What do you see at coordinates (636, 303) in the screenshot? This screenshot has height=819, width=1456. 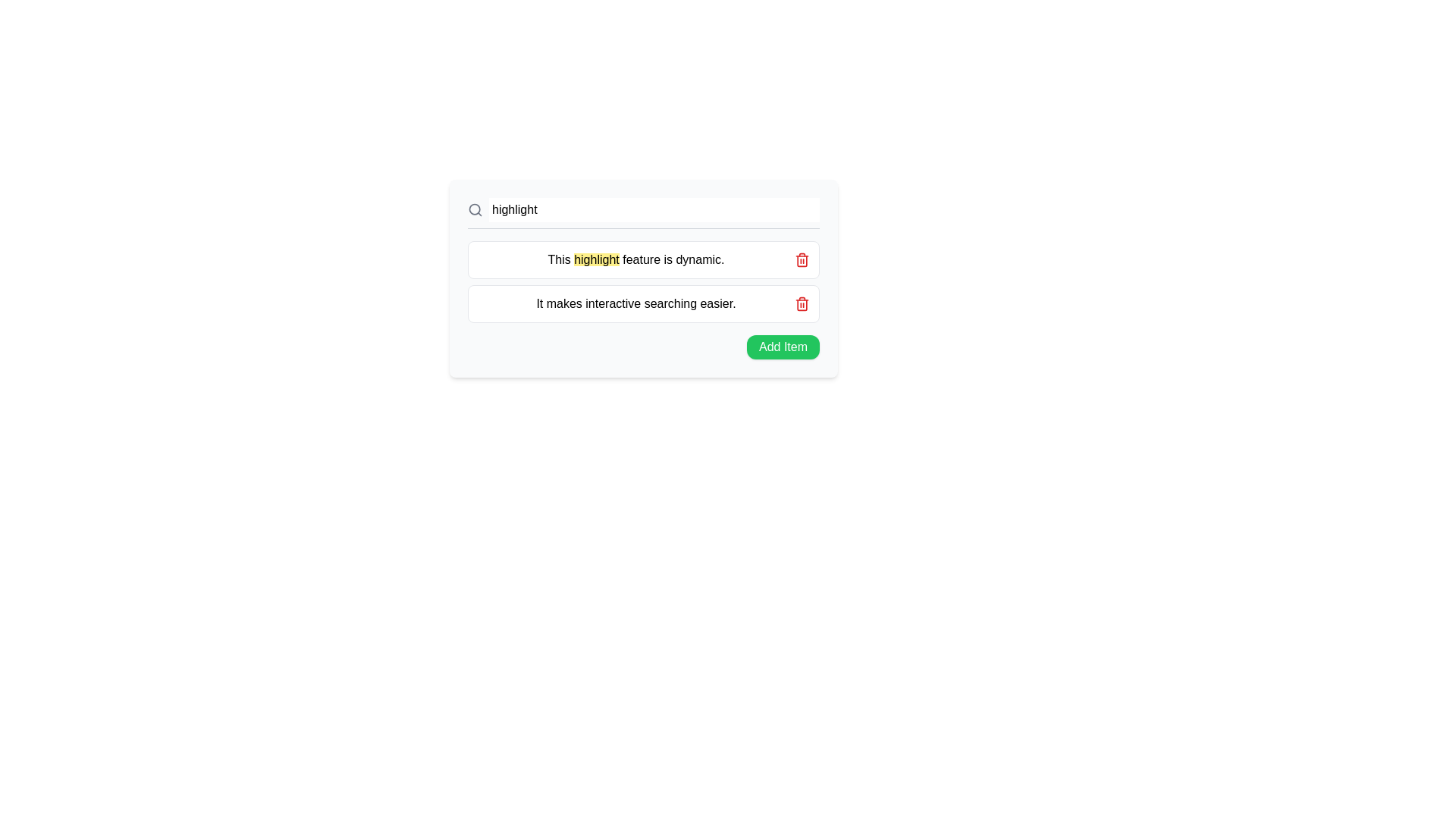 I see `the static text element that describes a feature related to interactive searching, positioned as the second entry in a vertical list below the text 'This highlight feature is dynamic'` at bounding box center [636, 303].